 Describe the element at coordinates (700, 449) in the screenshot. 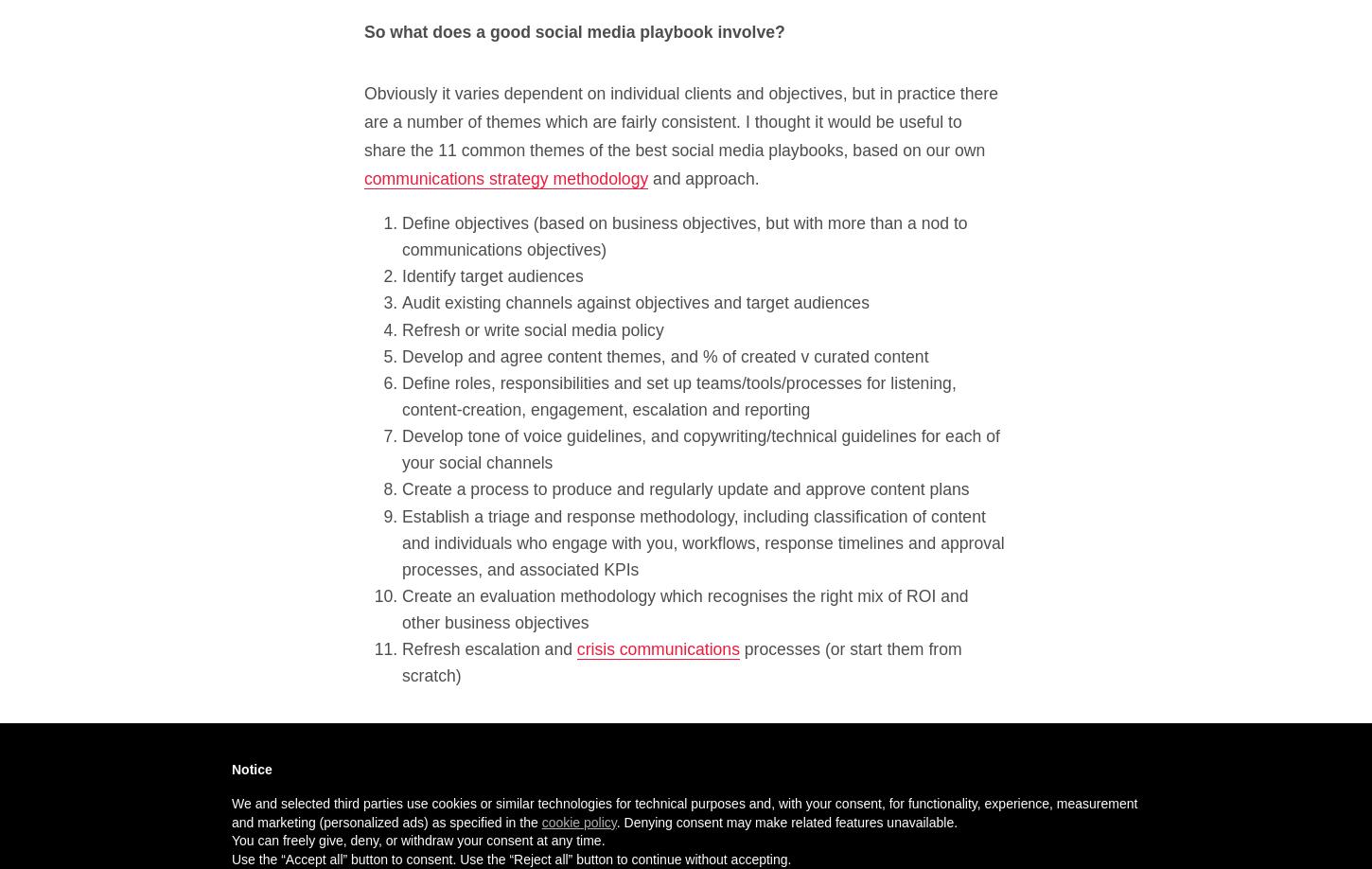

I see `'Develop tone of voice guidelines, and copywriting/technical guidelines for each of your social channels'` at that location.